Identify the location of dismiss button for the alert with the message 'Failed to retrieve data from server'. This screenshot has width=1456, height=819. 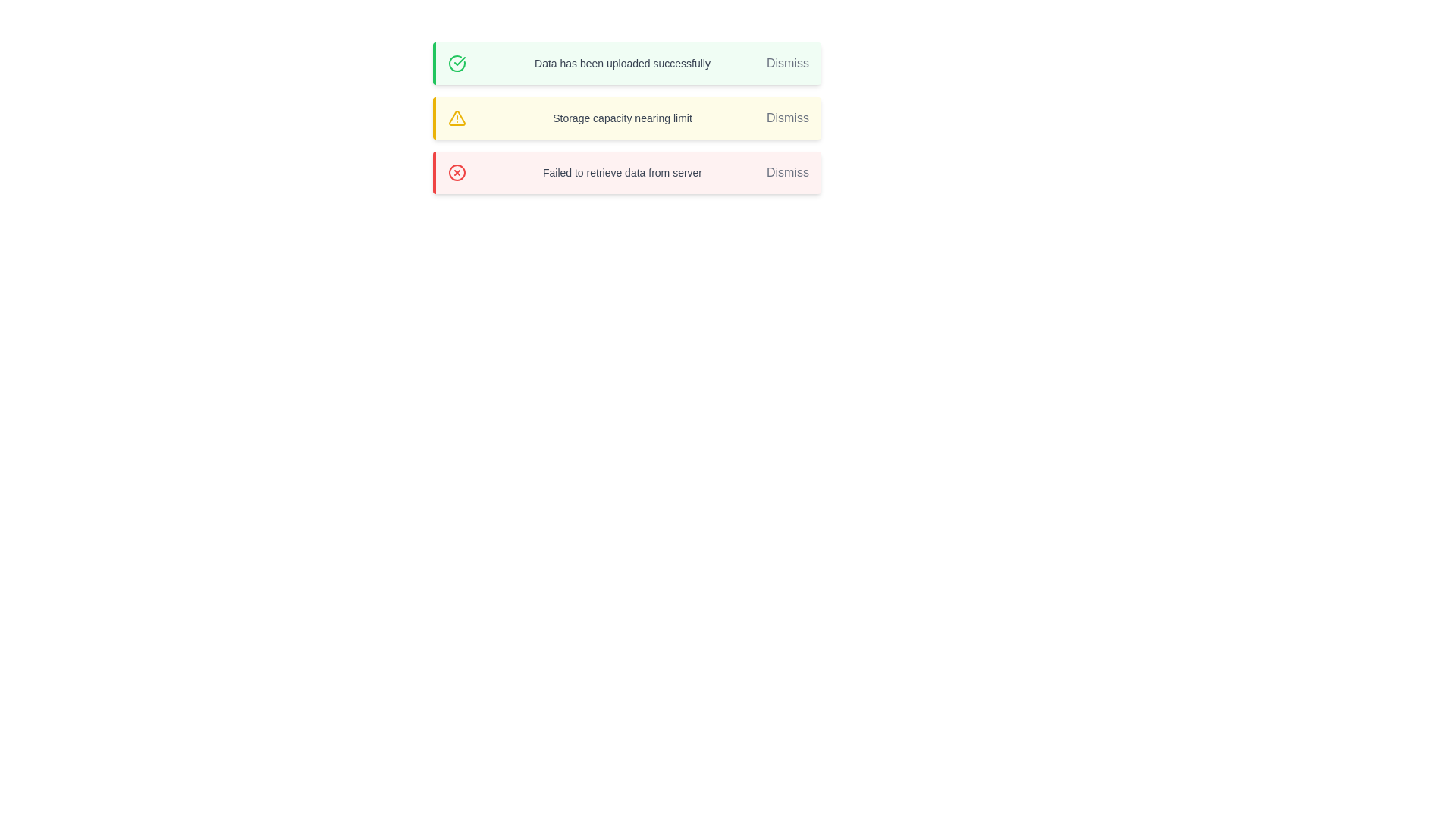
(787, 171).